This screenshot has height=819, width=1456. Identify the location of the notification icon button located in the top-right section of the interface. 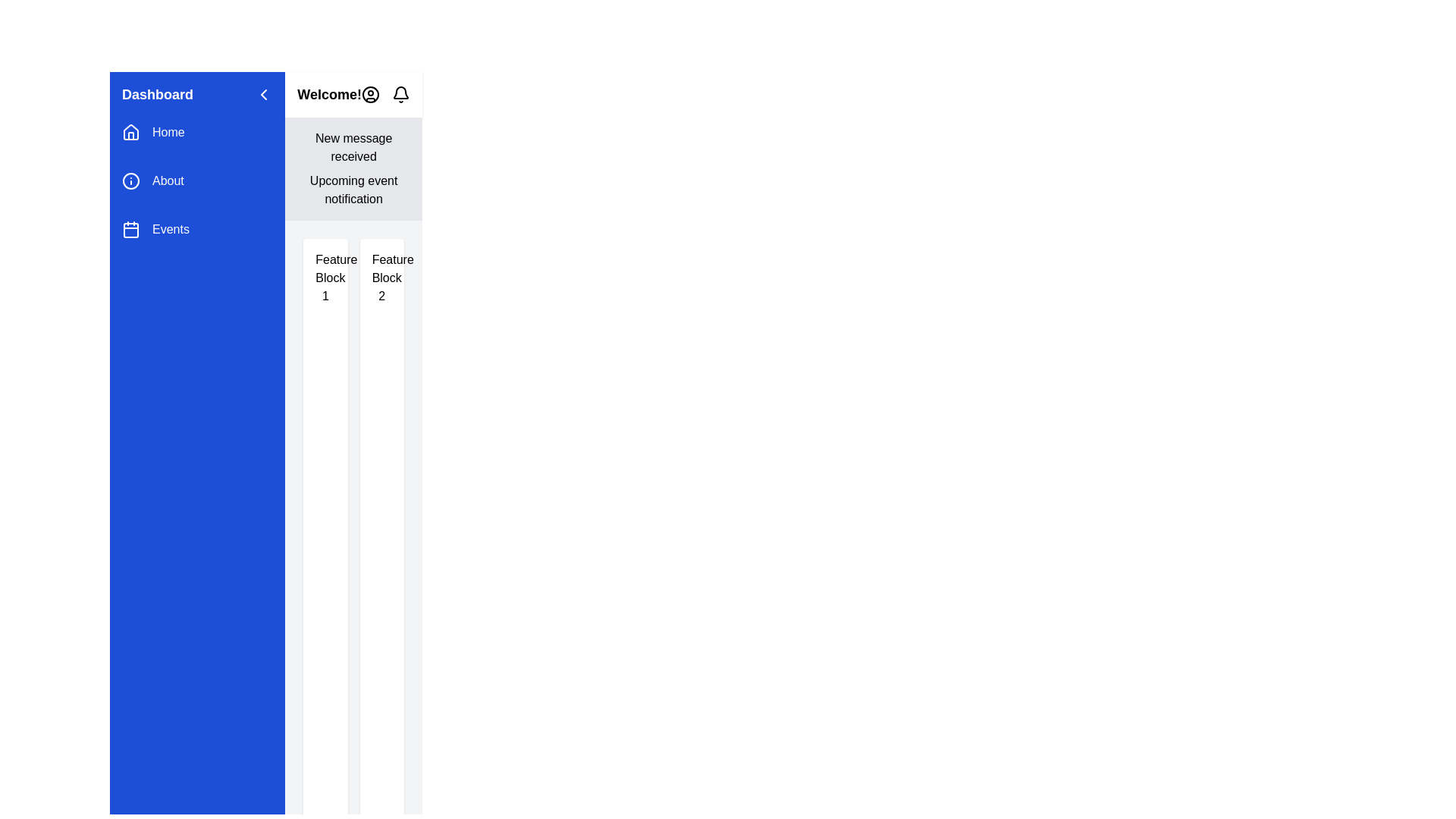
(400, 94).